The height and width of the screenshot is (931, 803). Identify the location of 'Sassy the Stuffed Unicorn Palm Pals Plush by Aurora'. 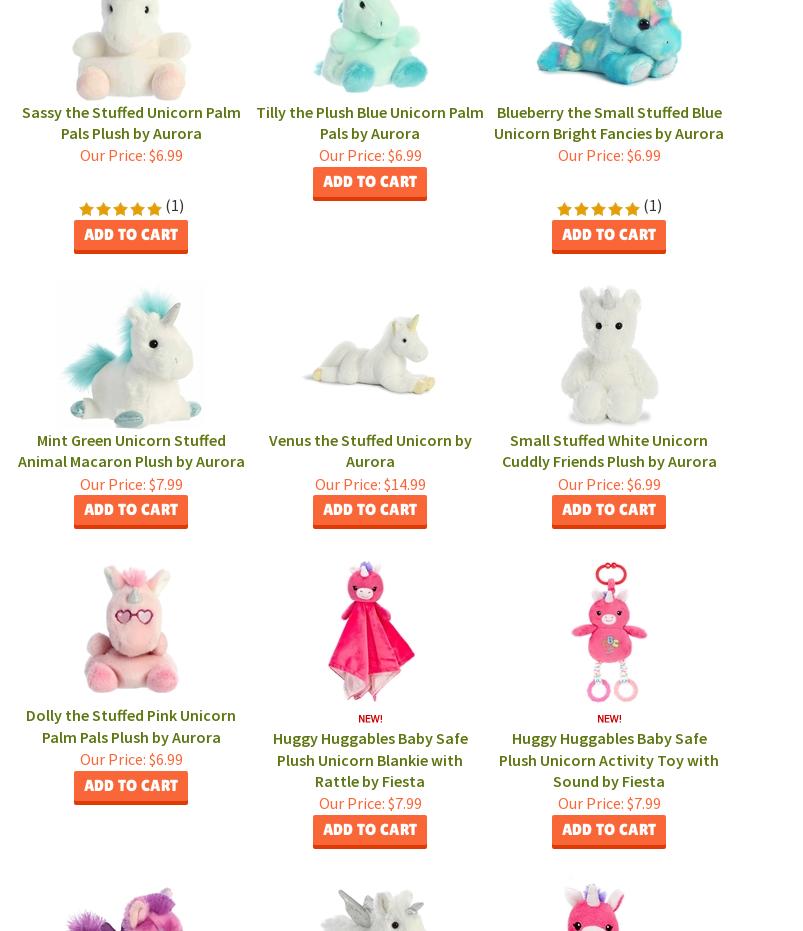
(130, 121).